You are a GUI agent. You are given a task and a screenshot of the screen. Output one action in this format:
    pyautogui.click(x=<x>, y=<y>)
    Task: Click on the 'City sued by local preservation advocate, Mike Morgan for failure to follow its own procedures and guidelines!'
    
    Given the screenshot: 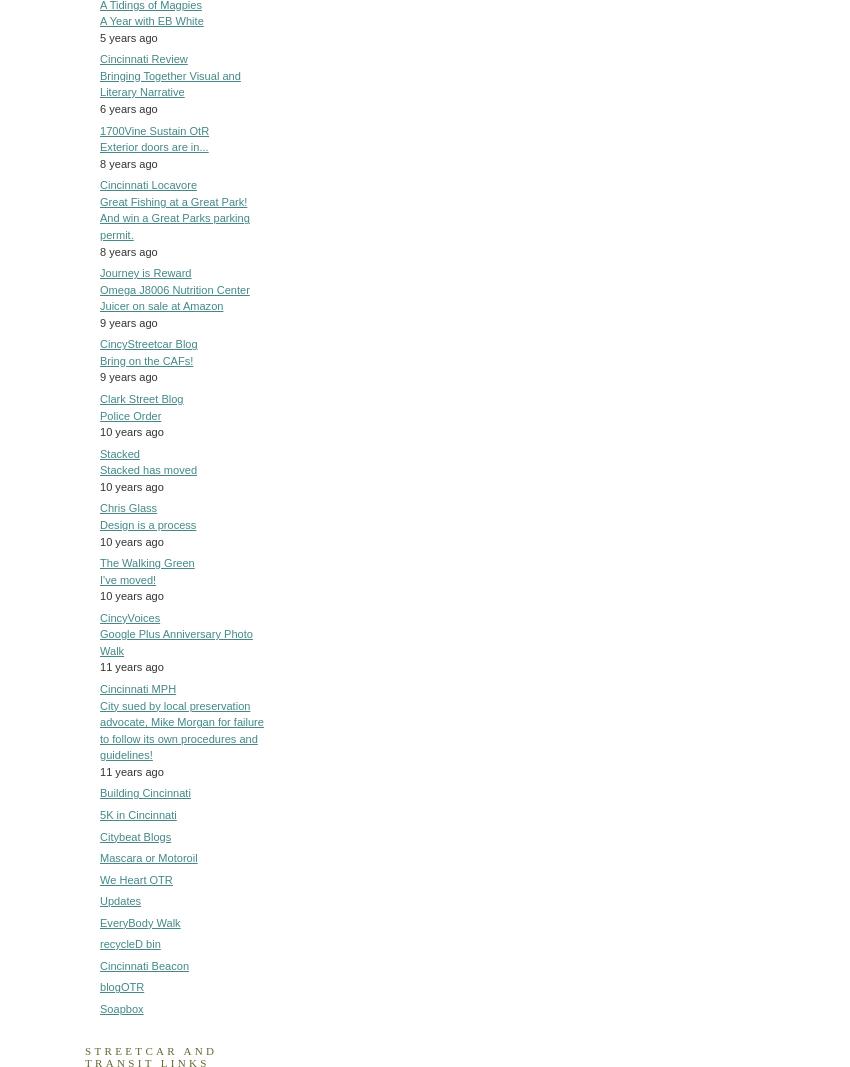 What is the action you would take?
    pyautogui.click(x=98, y=729)
    